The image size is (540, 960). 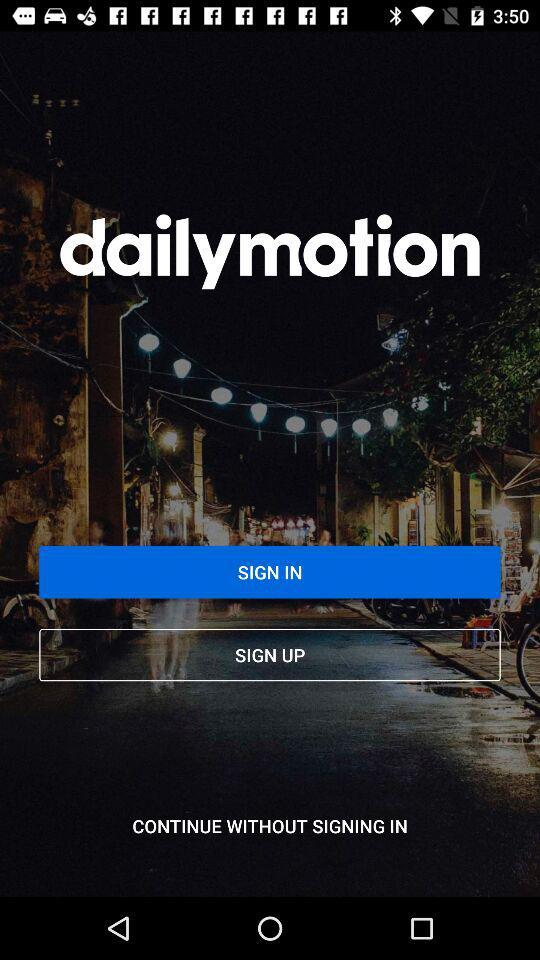 I want to click on sign in icon, so click(x=270, y=572).